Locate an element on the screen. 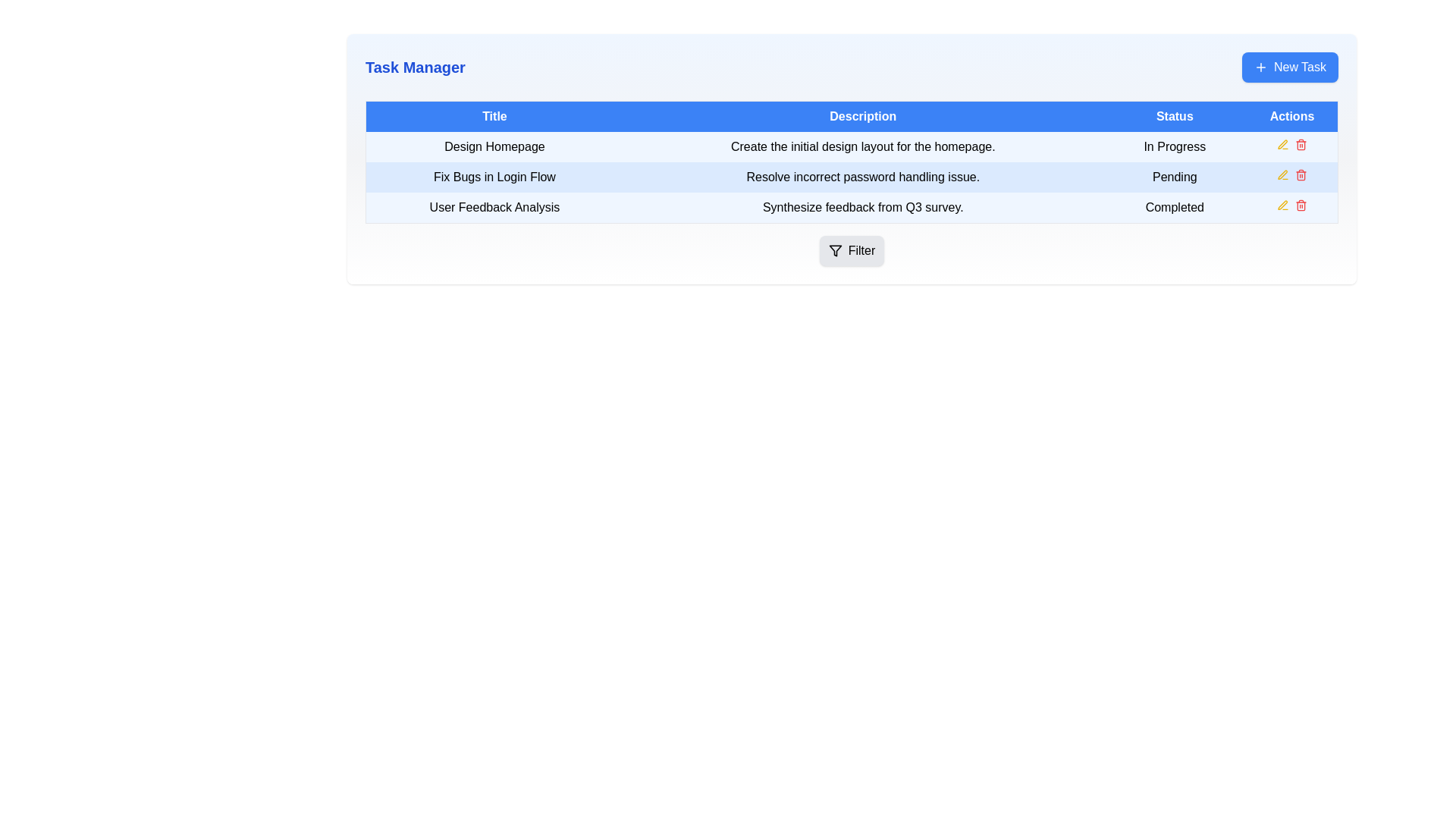 This screenshot has width=1456, height=819. displayed text from the 'Completed' text label in the 'Status' column of the 'User Feedback Analysis' row is located at coordinates (1174, 208).